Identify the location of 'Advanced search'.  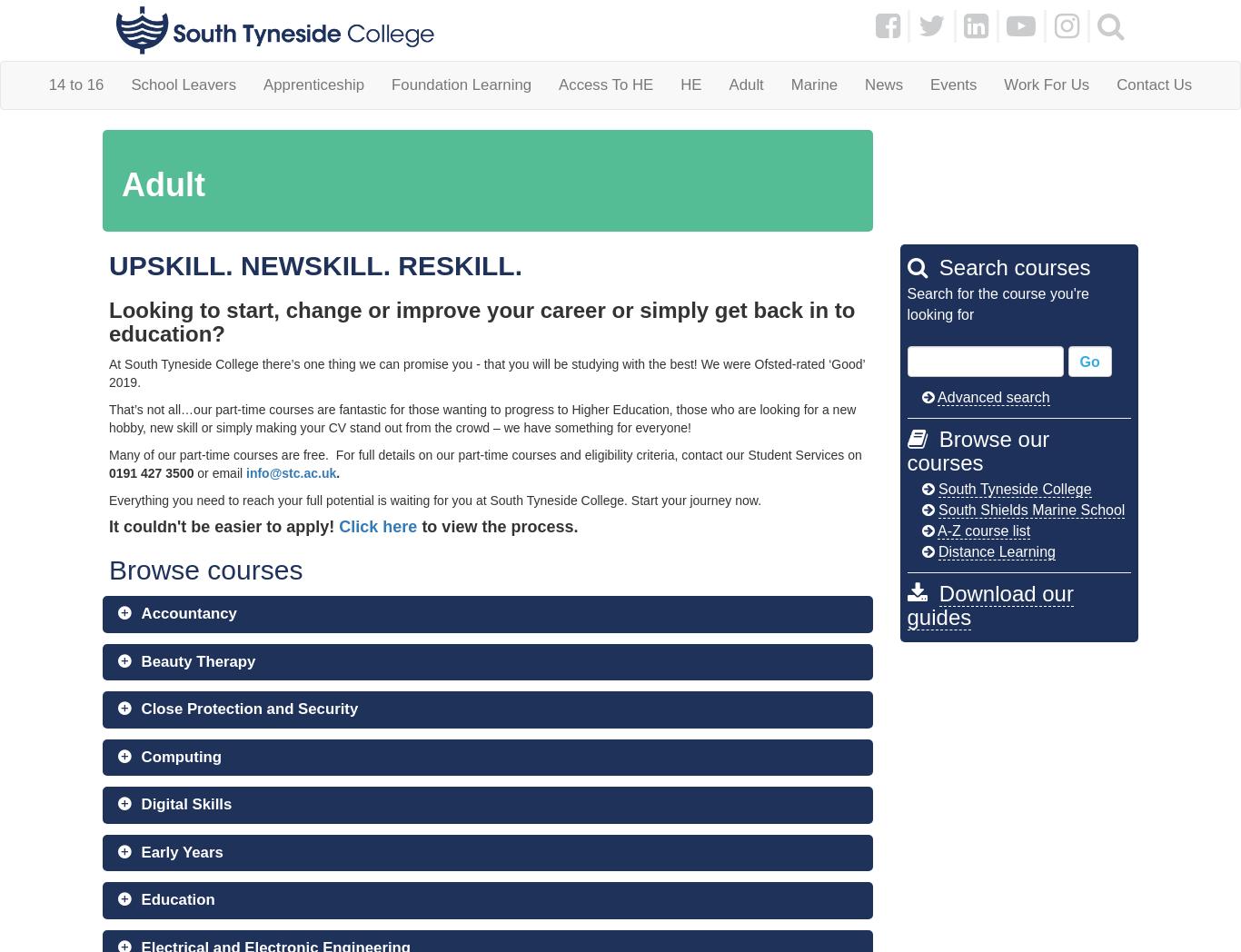
(992, 396).